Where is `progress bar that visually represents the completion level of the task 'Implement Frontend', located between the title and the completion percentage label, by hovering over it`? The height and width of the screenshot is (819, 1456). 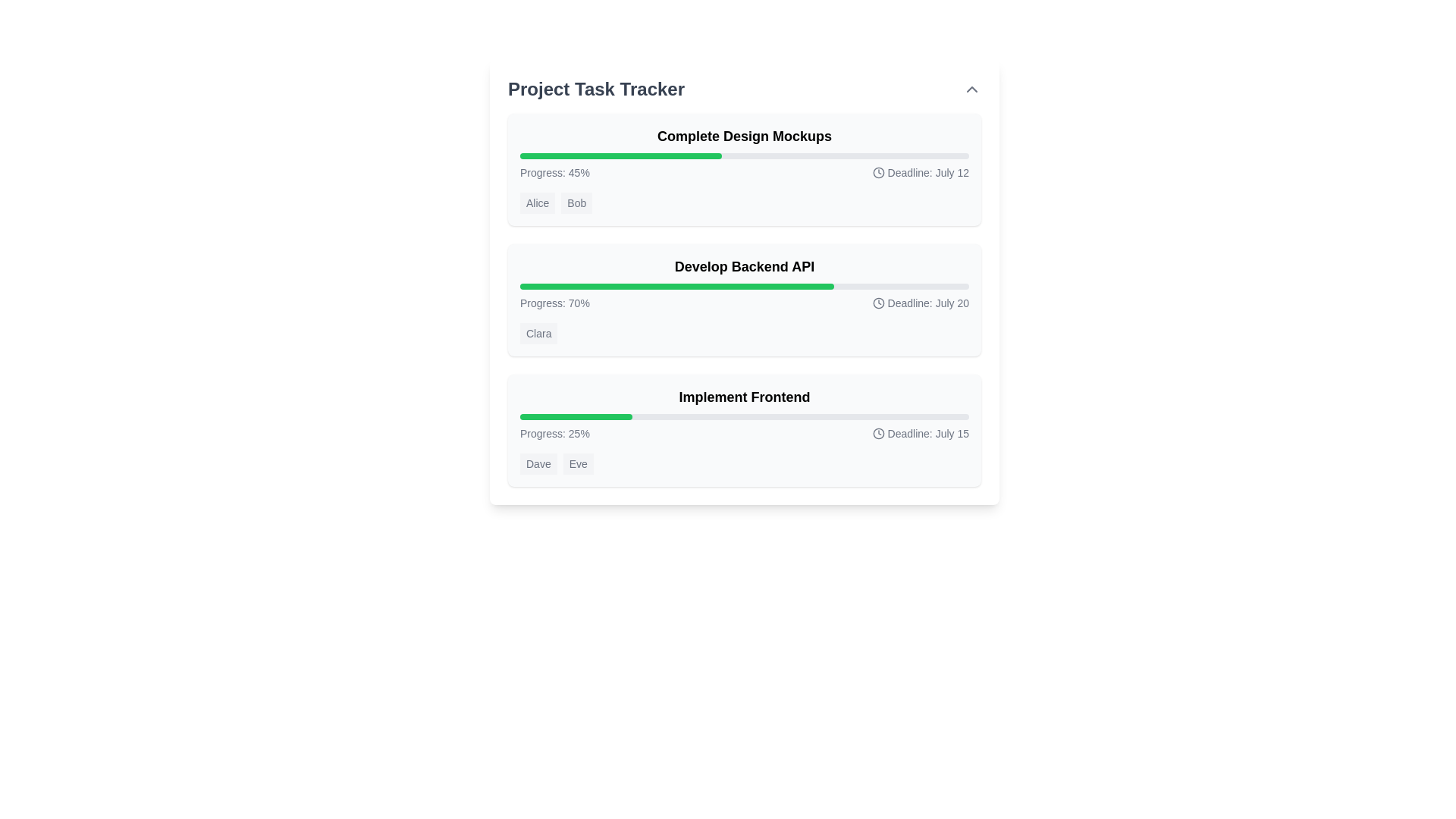
progress bar that visually represents the completion level of the task 'Implement Frontend', located between the title and the completion percentage label, by hovering over it is located at coordinates (745, 417).